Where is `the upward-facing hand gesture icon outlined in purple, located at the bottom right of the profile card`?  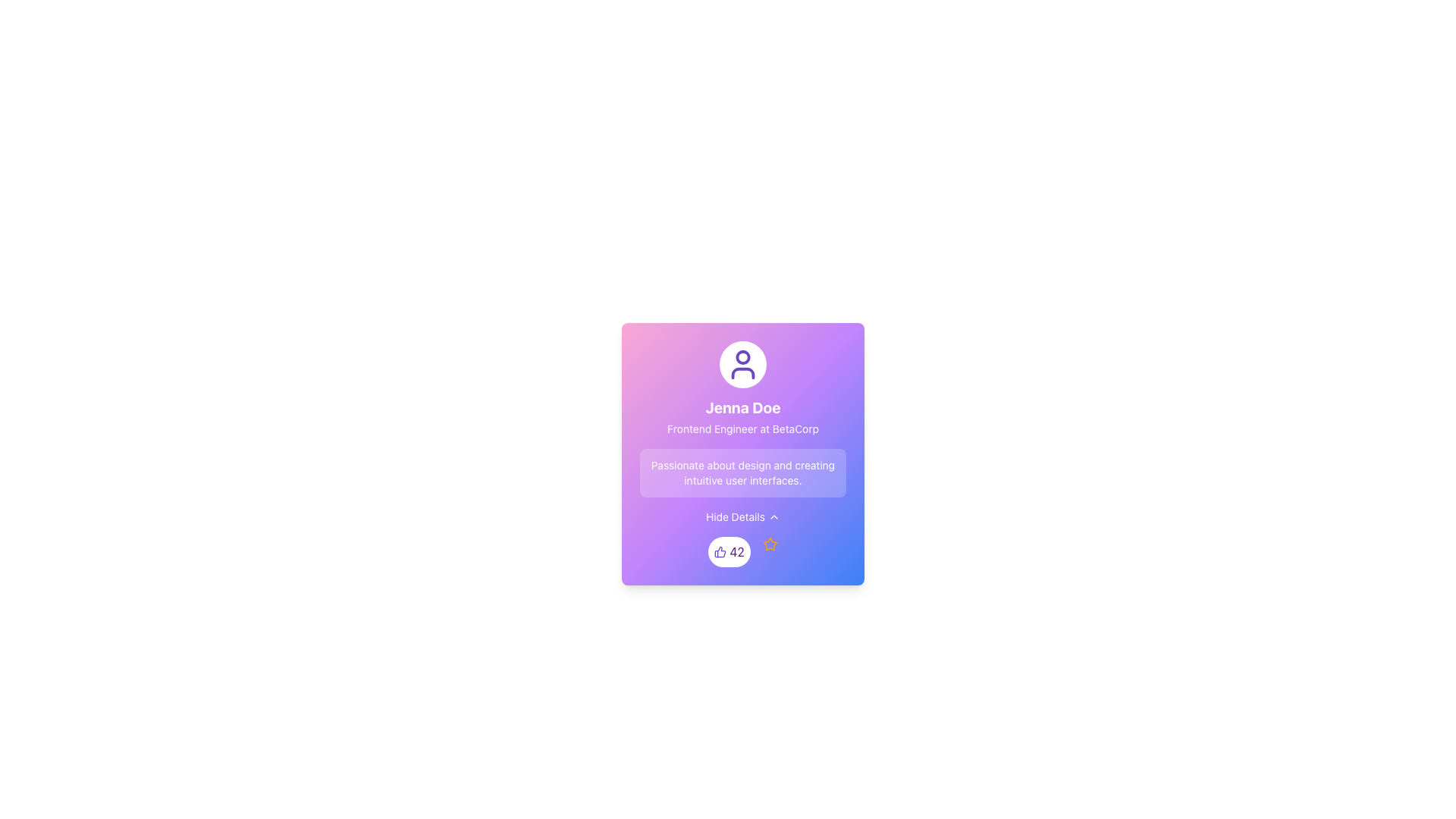 the upward-facing hand gesture icon outlined in purple, located at the bottom right of the profile card is located at coordinates (720, 552).